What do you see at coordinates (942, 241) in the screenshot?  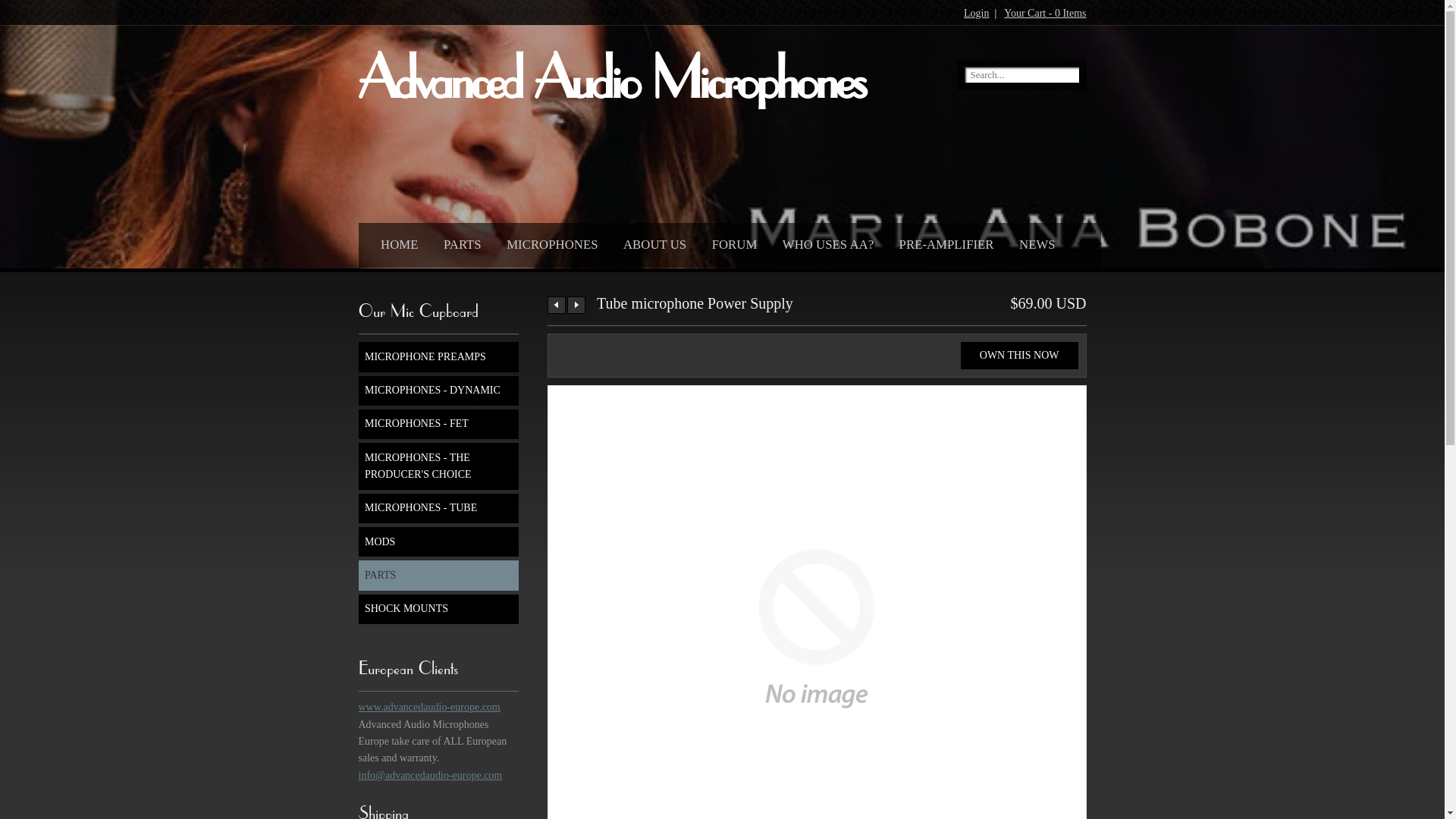 I see `'PRE-AMPLIFIER'` at bounding box center [942, 241].